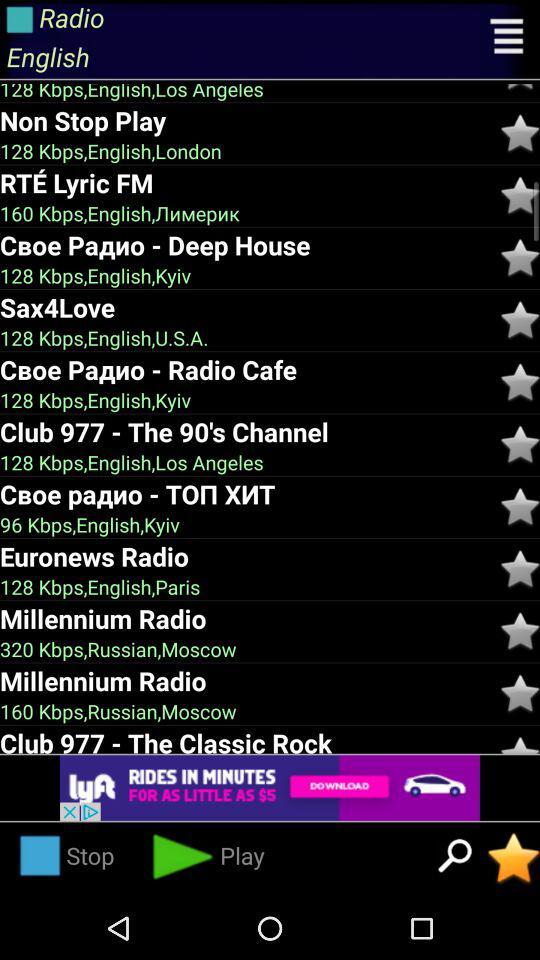  Describe the element at coordinates (520, 506) in the screenshot. I see `choose to save as favorite` at that location.